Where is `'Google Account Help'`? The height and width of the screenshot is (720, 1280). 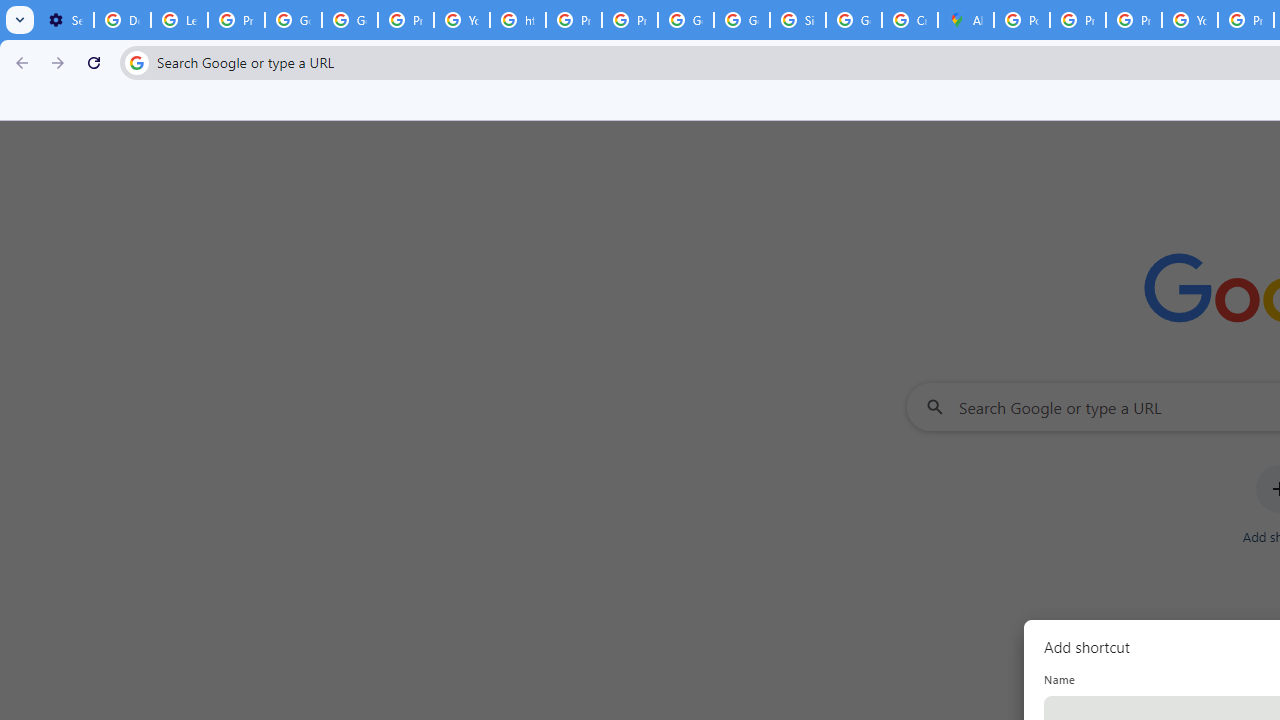
'Google Account Help' is located at coordinates (292, 20).